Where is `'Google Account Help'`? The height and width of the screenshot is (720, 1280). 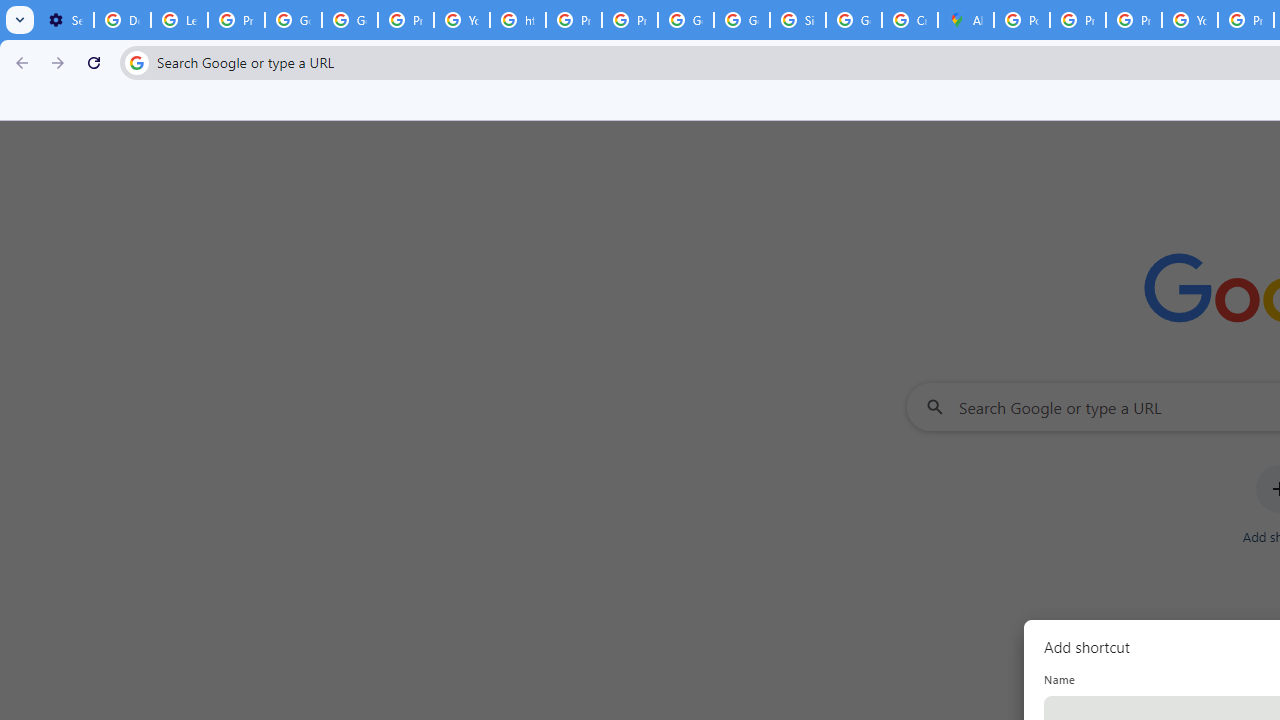
'Google Account Help' is located at coordinates (292, 20).